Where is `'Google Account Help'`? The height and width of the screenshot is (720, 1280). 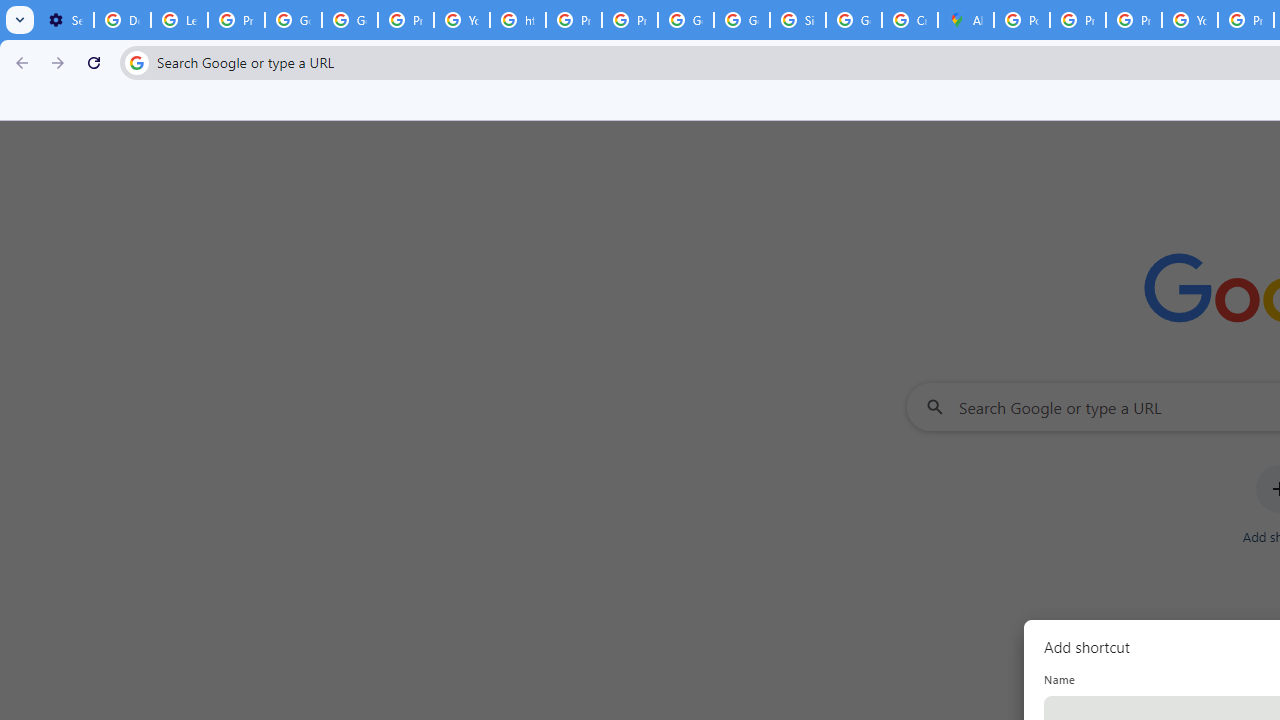
'Google Account Help' is located at coordinates (292, 20).